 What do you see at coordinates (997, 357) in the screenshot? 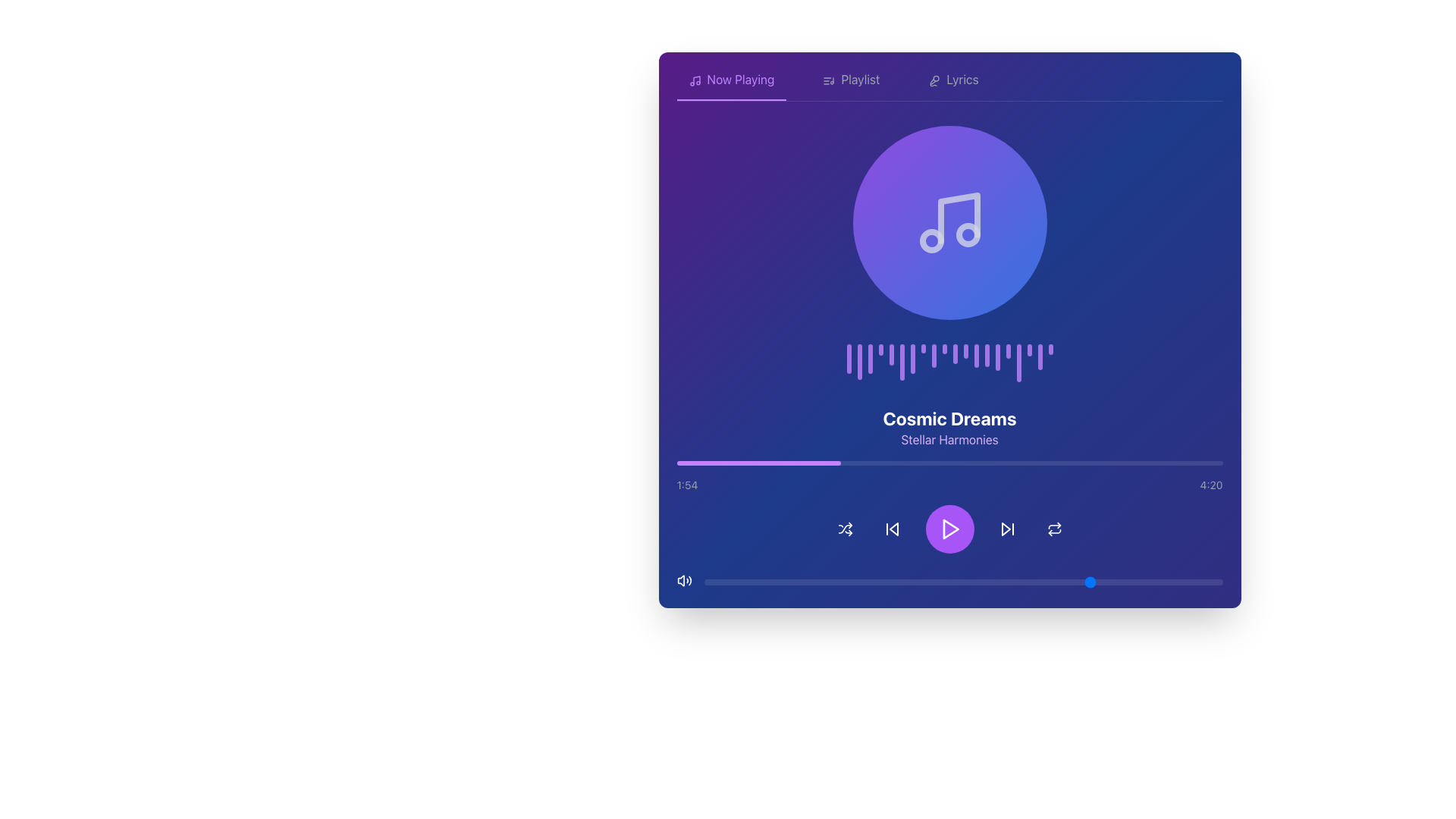
I see `the fifteenth vertical bar styled as a rounded rectangle with a gradient purple color, located centrally under the music note icon` at bounding box center [997, 357].